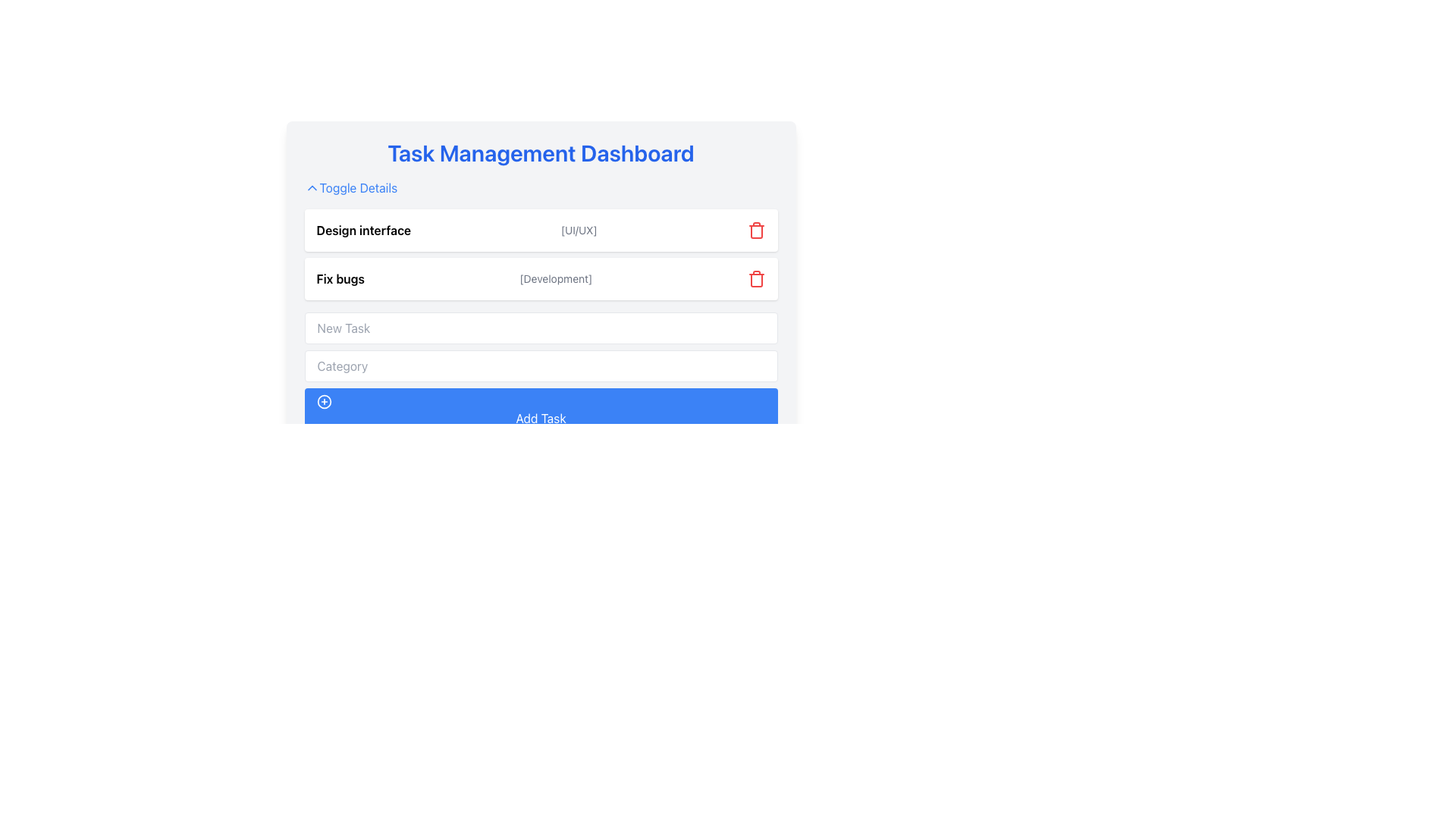 The width and height of the screenshot is (1456, 819). What do you see at coordinates (541, 278) in the screenshot?
I see `task title 'Fix bugs' and category '[Development]' from the clickable card with a delete action, which is the second card in the vertical stack of task entries` at bounding box center [541, 278].